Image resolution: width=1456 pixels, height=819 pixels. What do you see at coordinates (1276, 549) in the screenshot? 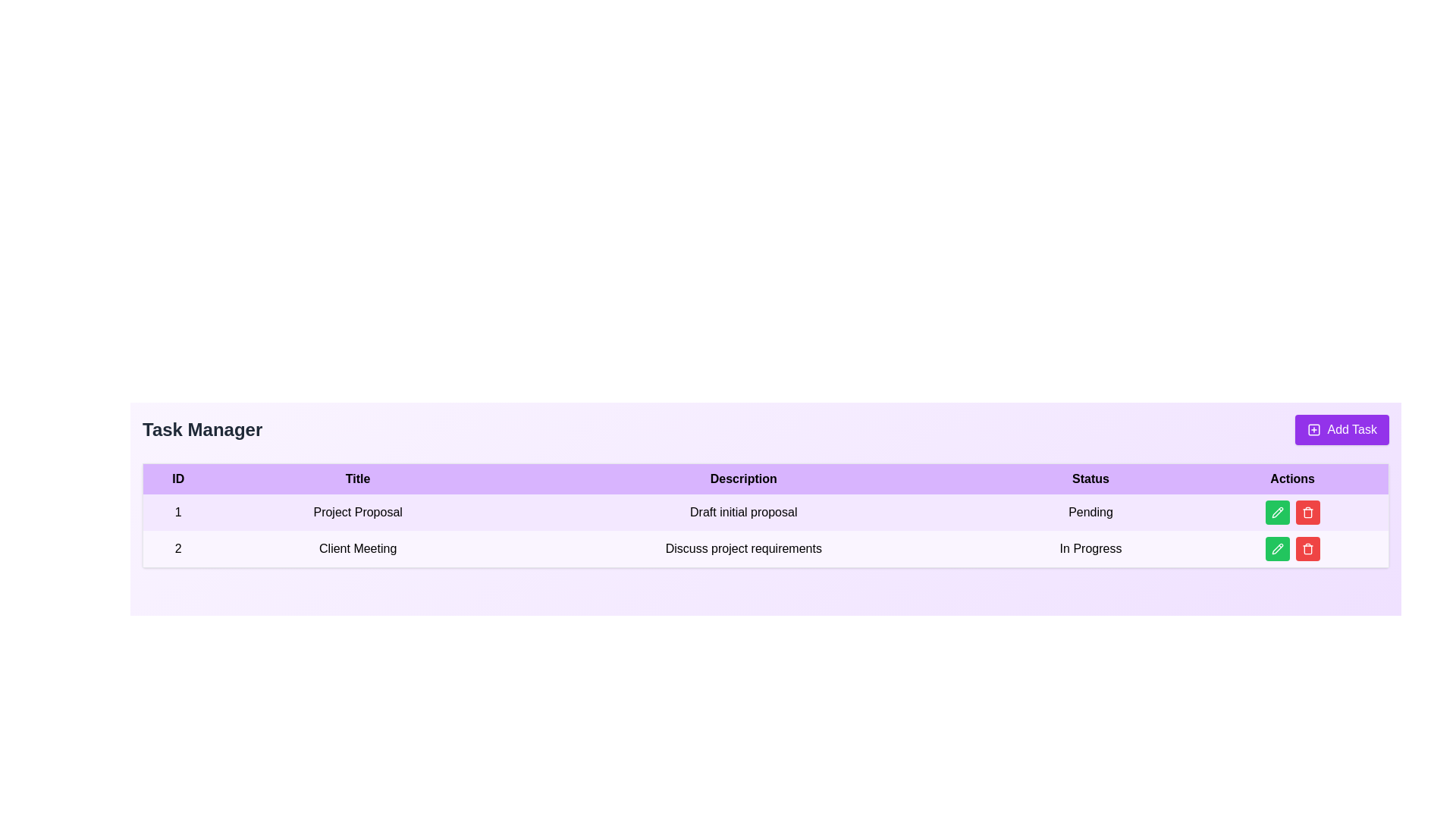
I see `the small pencil icon with a green background located in the second row of the 'Actions' column` at bounding box center [1276, 549].